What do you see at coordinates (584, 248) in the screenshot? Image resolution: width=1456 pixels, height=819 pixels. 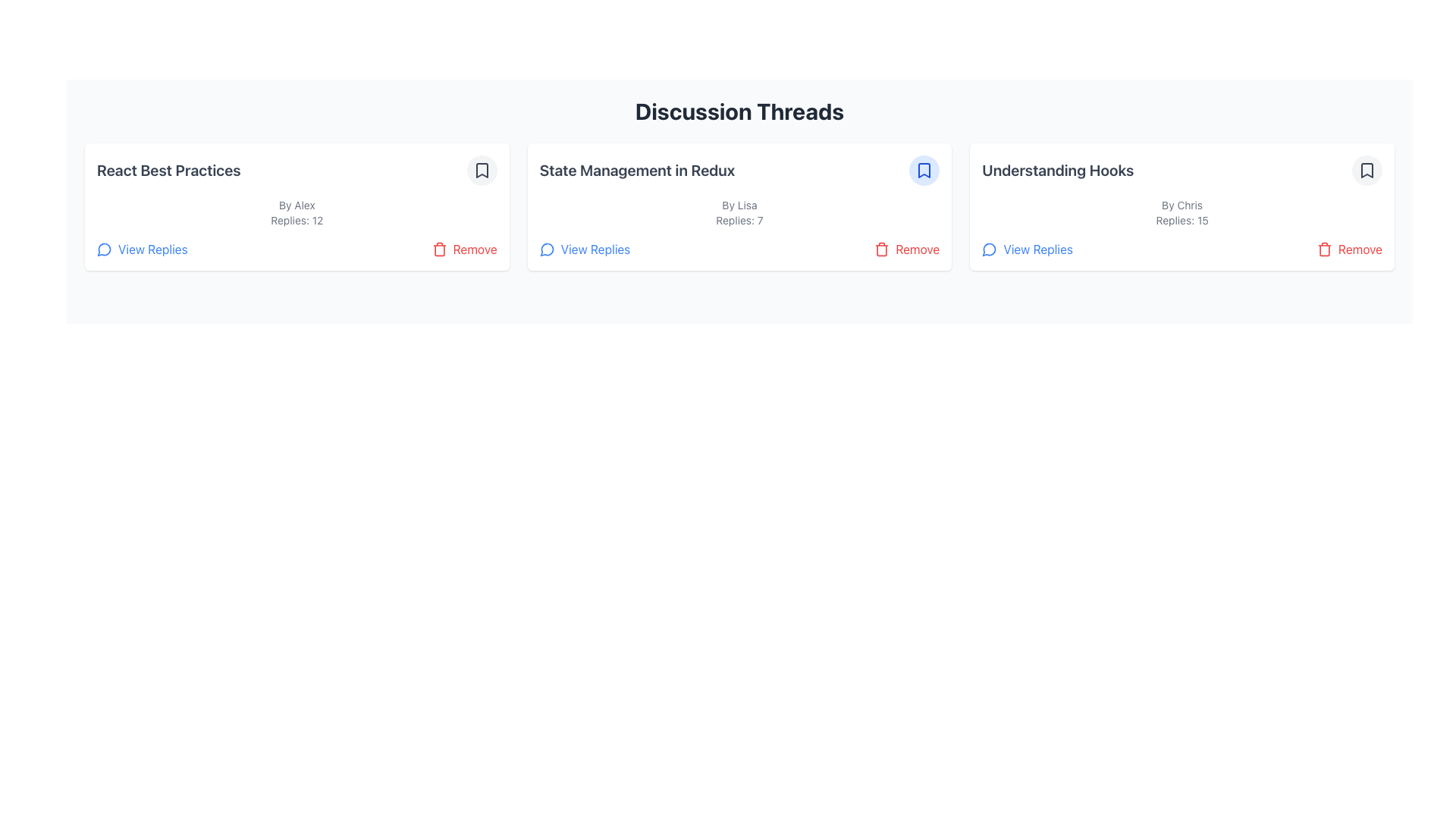 I see `the button with text and icon located in the bottom-left corner of the middle card under the 'Discussion Threads' section` at bounding box center [584, 248].